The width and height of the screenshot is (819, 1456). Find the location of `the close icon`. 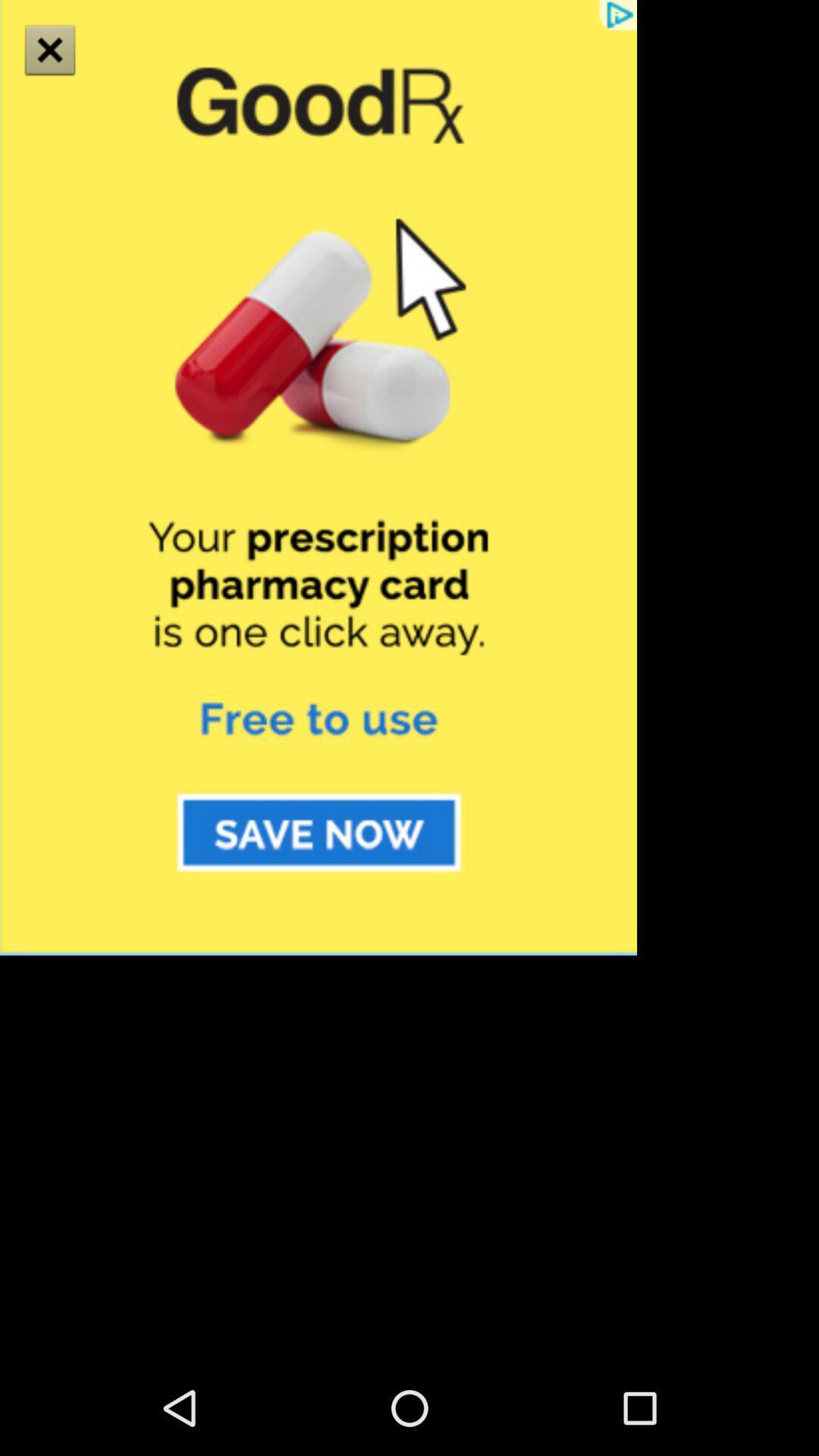

the close icon is located at coordinates (49, 53).